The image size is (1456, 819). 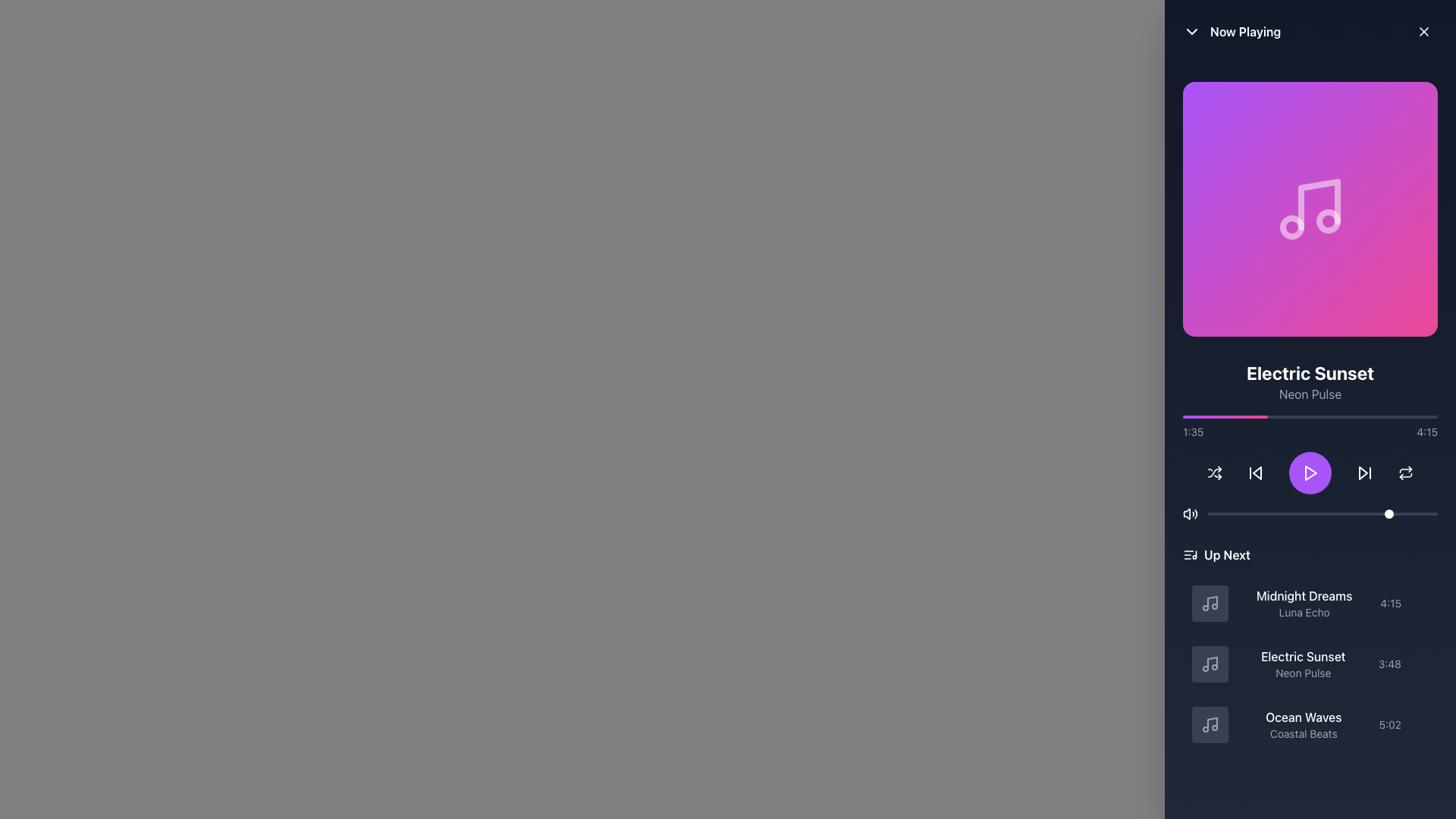 I want to click on the play/pause button located in the center of the music player interface to play or pause the currently selected audio track, so click(x=1310, y=472).